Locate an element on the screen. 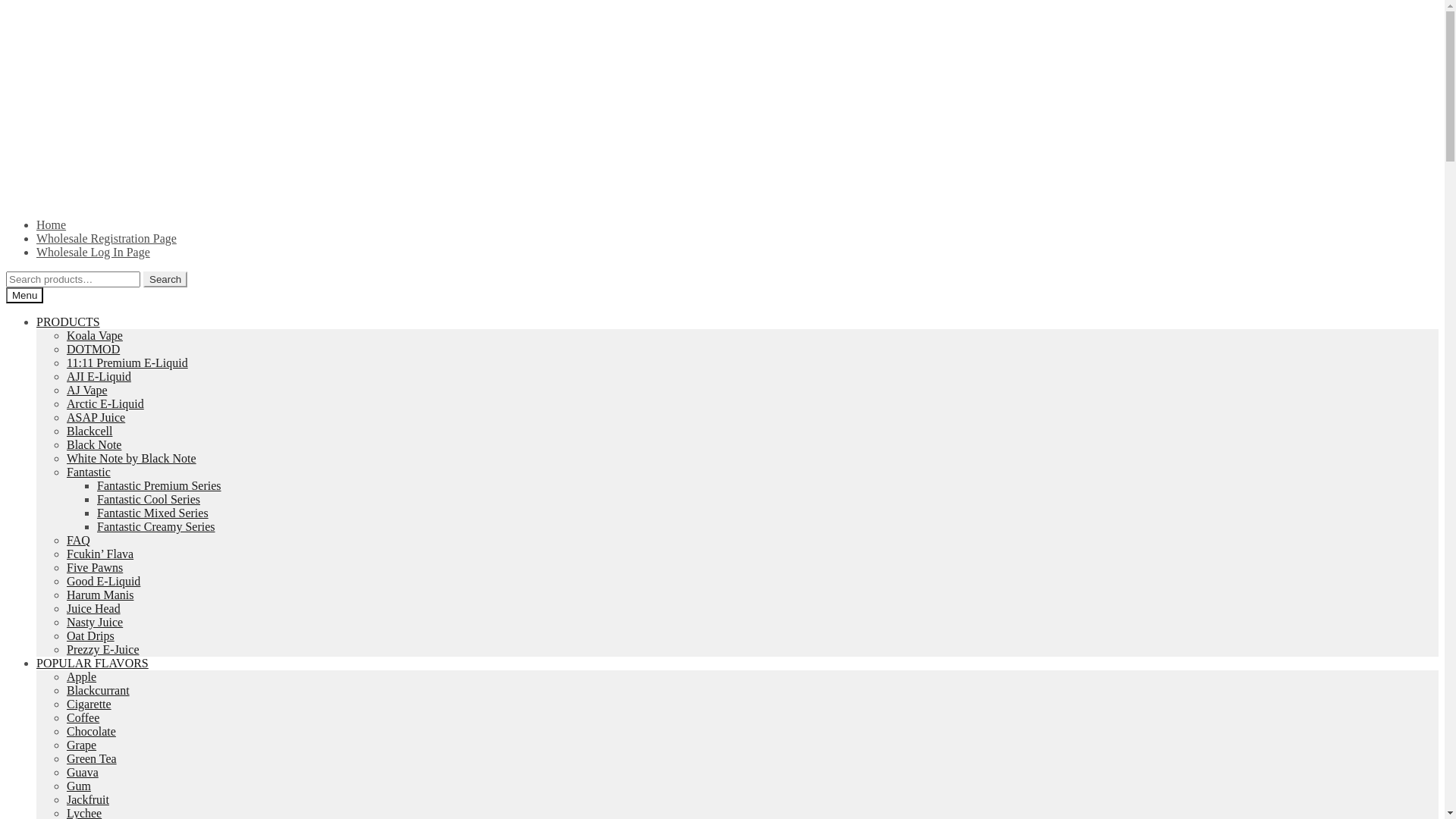  'ASAP Juice' is located at coordinates (95, 417).